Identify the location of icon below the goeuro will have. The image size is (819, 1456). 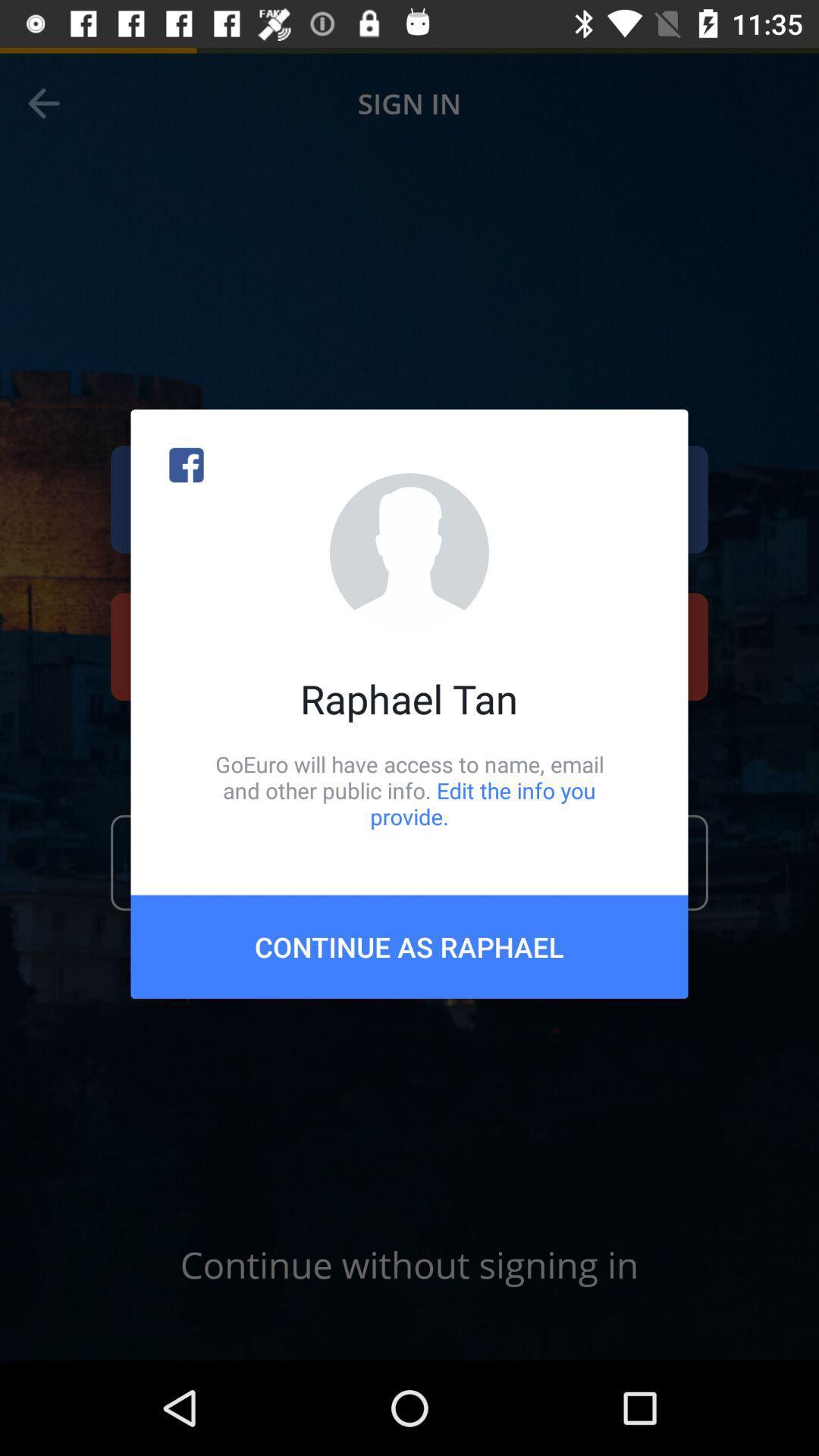
(409, 946).